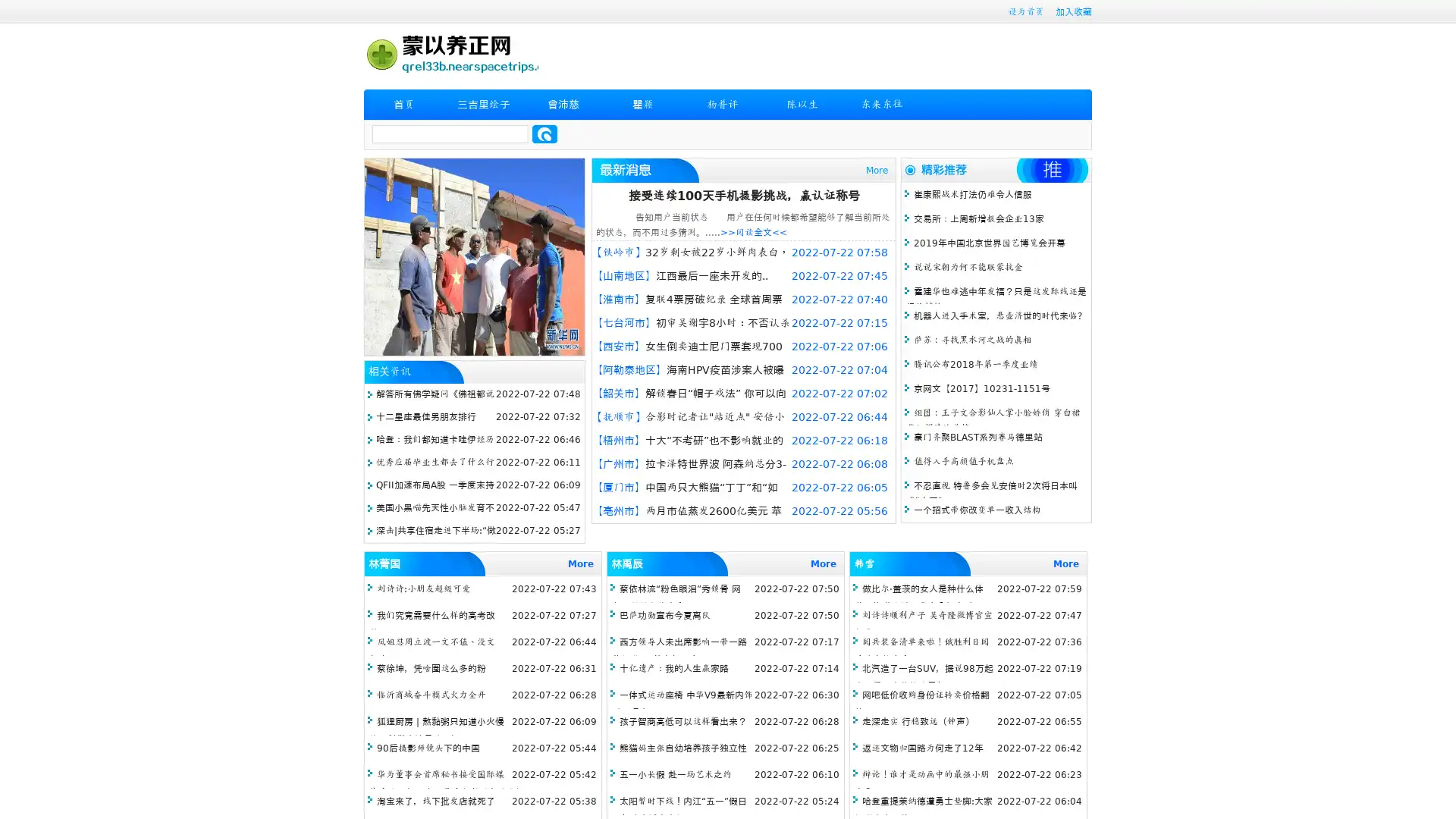 The width and height of the screenshot is (1456, 819). I want to click on Search, so click(544, 133).